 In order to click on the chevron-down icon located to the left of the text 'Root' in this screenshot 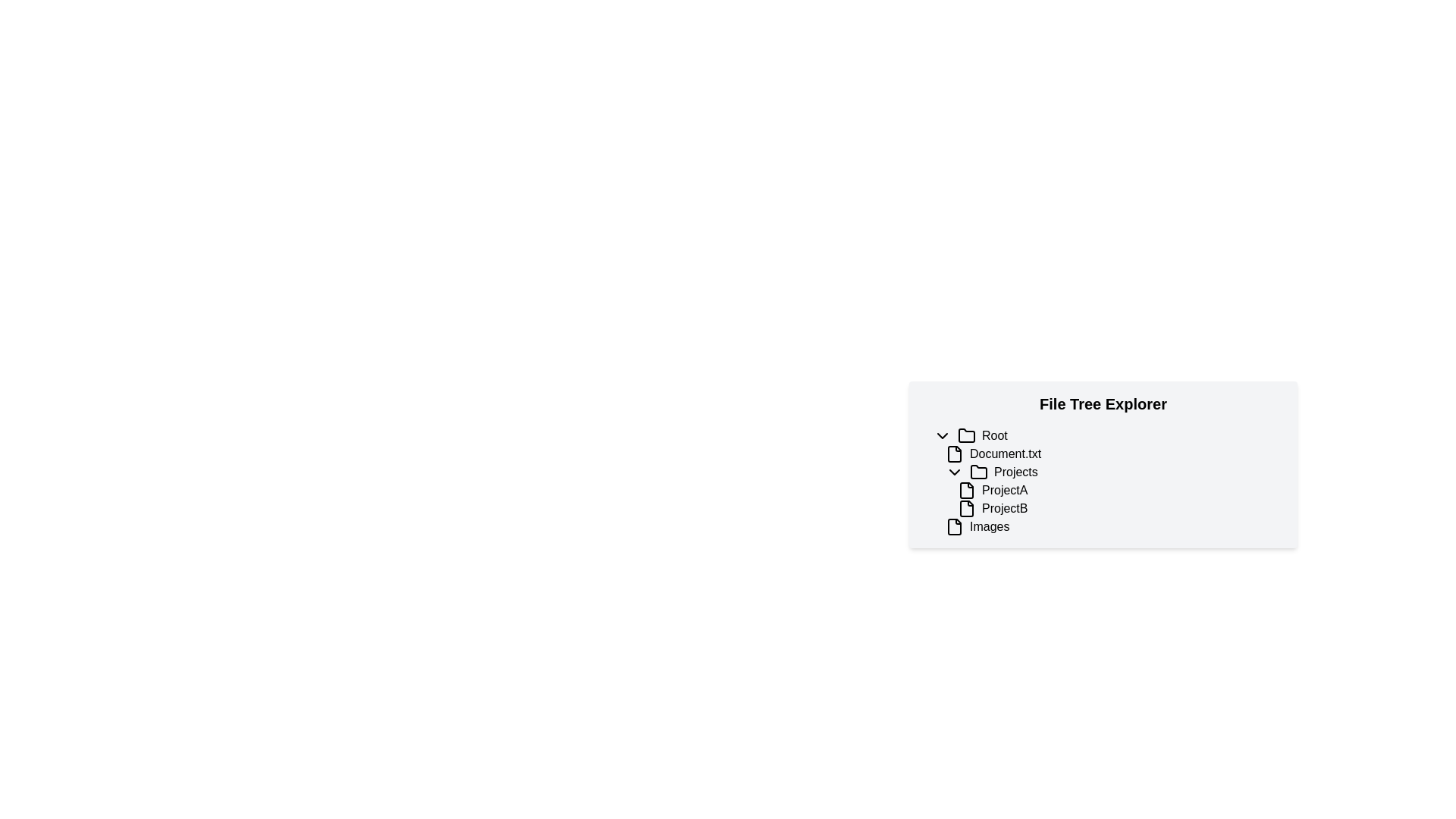, I will do `click(942, 435)`.